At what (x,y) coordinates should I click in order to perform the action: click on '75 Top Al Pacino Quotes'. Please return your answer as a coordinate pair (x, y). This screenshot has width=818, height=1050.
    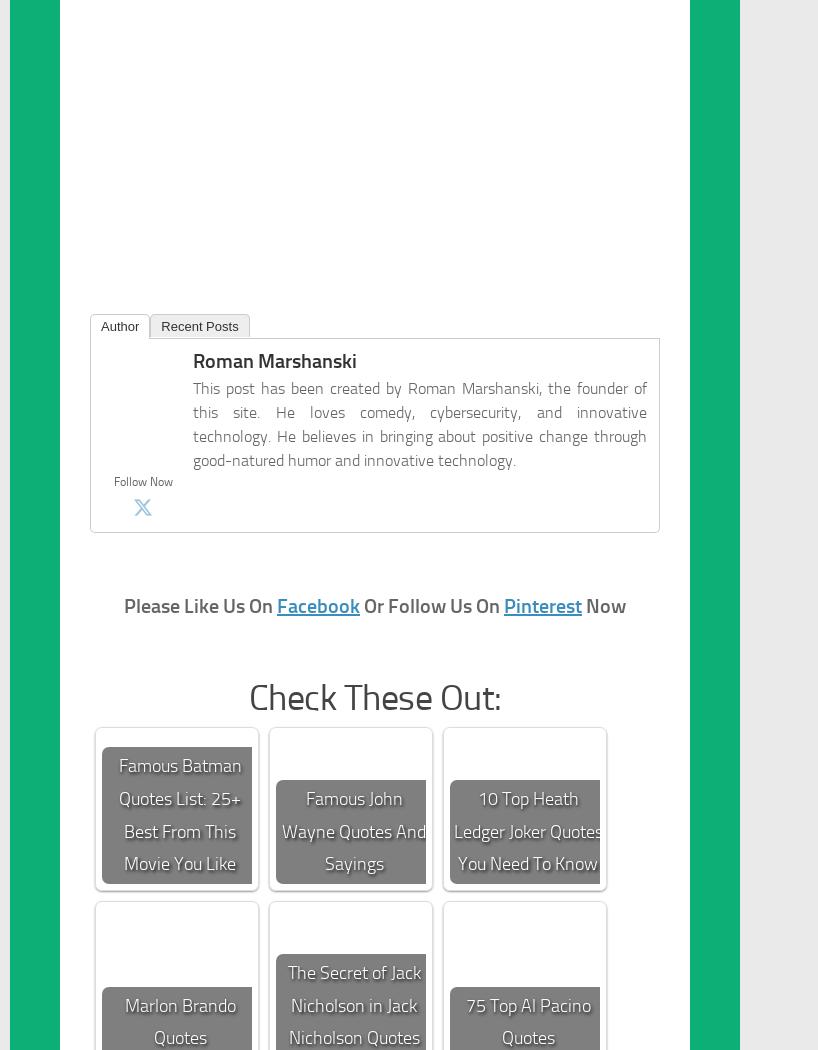
    Looking at the image, I should click on (527, 1020).